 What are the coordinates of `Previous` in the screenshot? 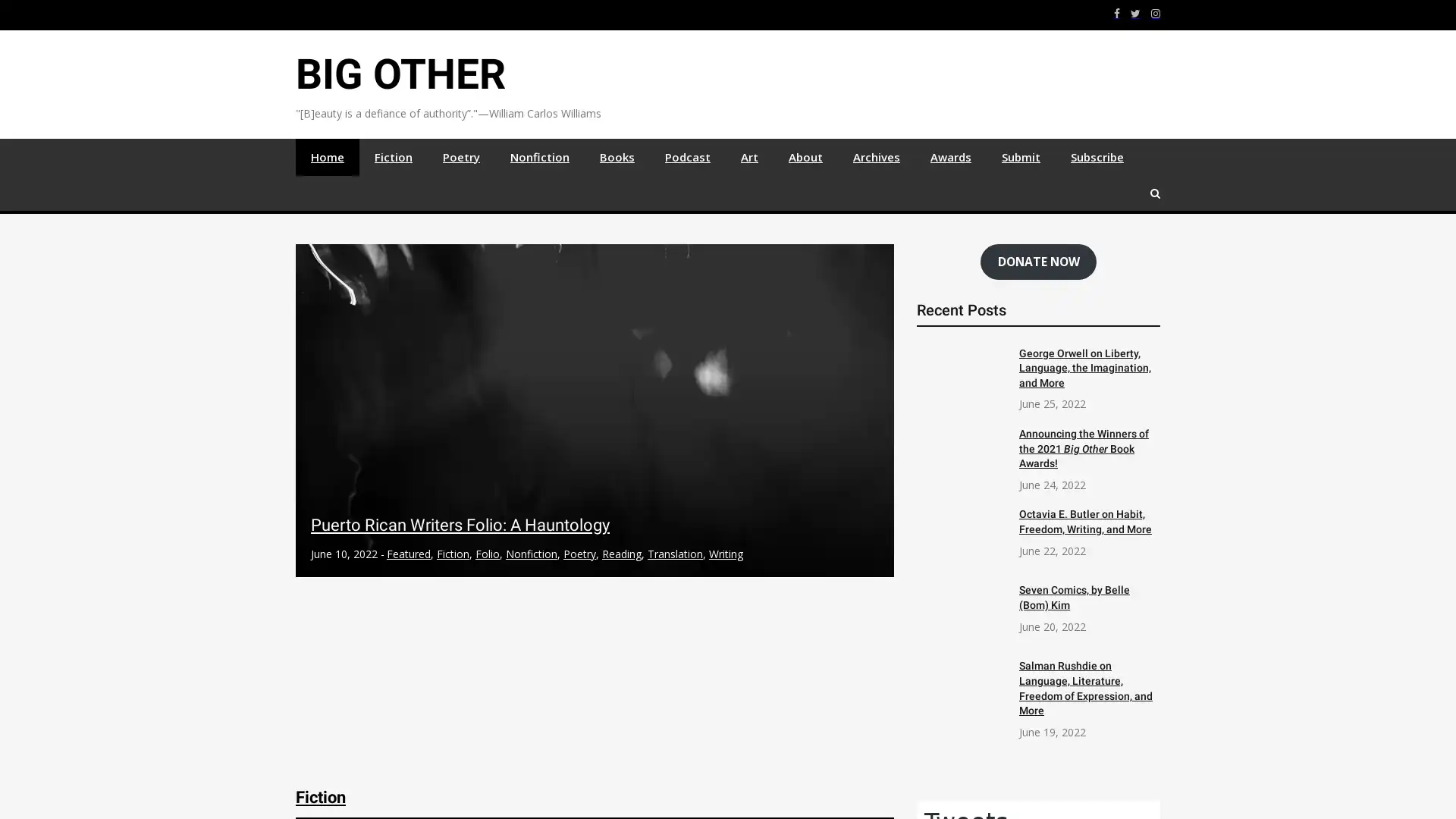 It's located at (315, 439).